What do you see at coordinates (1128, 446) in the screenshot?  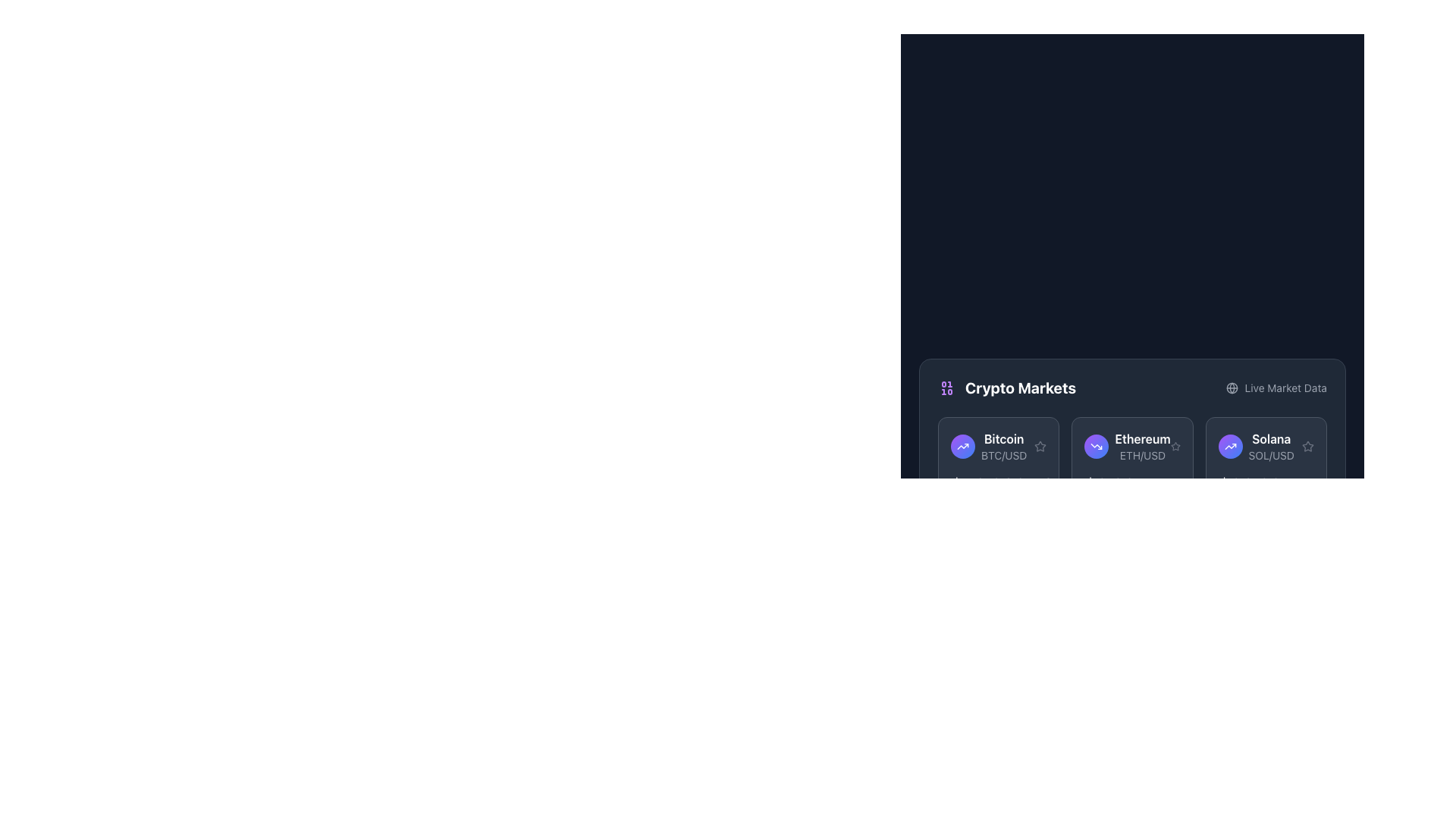 I see `to select the Ethereum cryptocurrency option from the list located within the 'Crypto Markets' panel` at bounding box center [1128, 446].